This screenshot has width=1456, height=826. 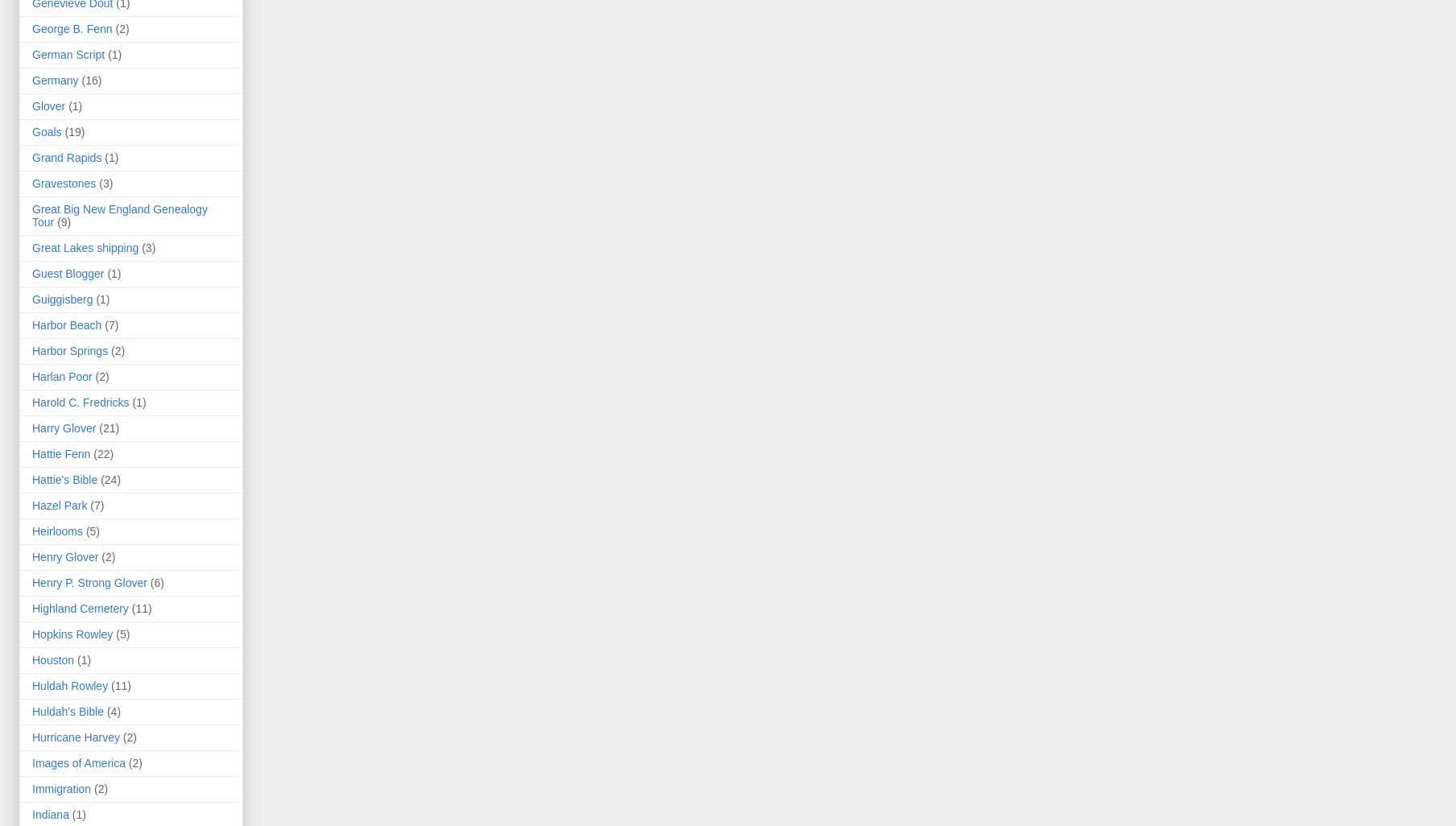 I want to click on 'Indiana', so click(x=50, y=814).